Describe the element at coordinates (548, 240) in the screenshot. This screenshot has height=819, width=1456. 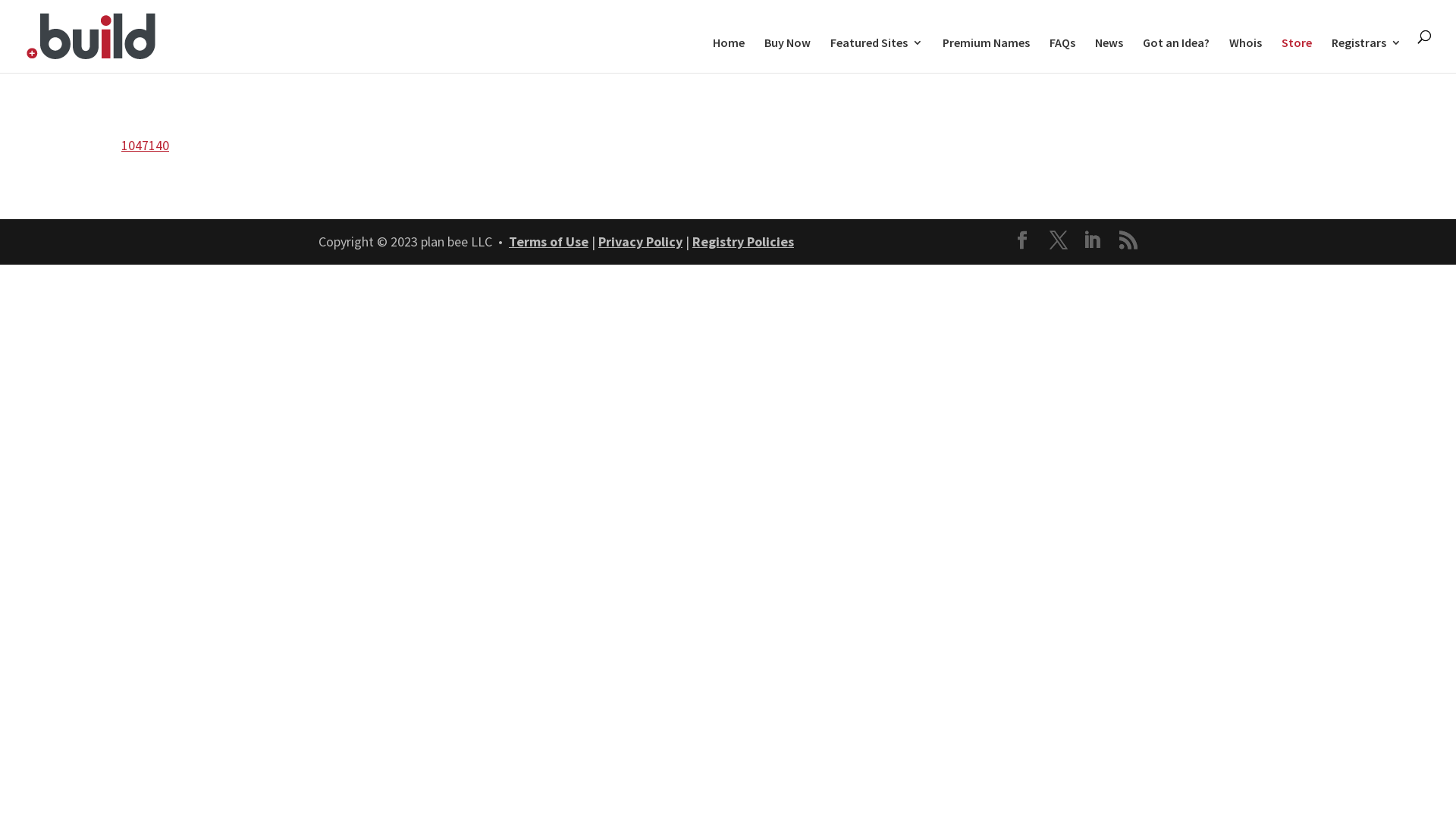
I see `'Terms of Use'` at that location.